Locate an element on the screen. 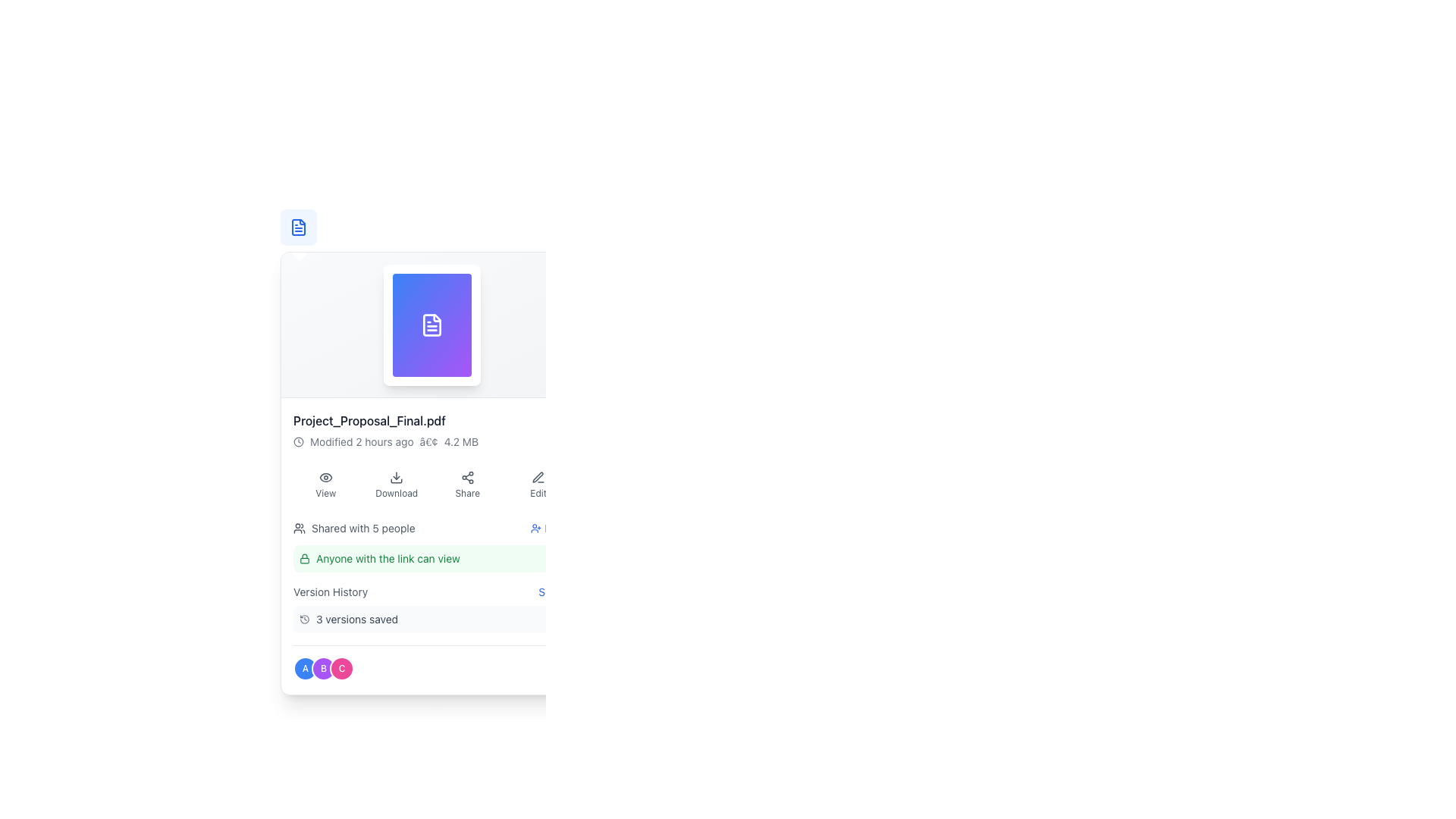 The image size is (1456, 819). the text label displaying 'Shared with 5 people', which is positioned to the right of a group icon is located at coordinates (362, 528).